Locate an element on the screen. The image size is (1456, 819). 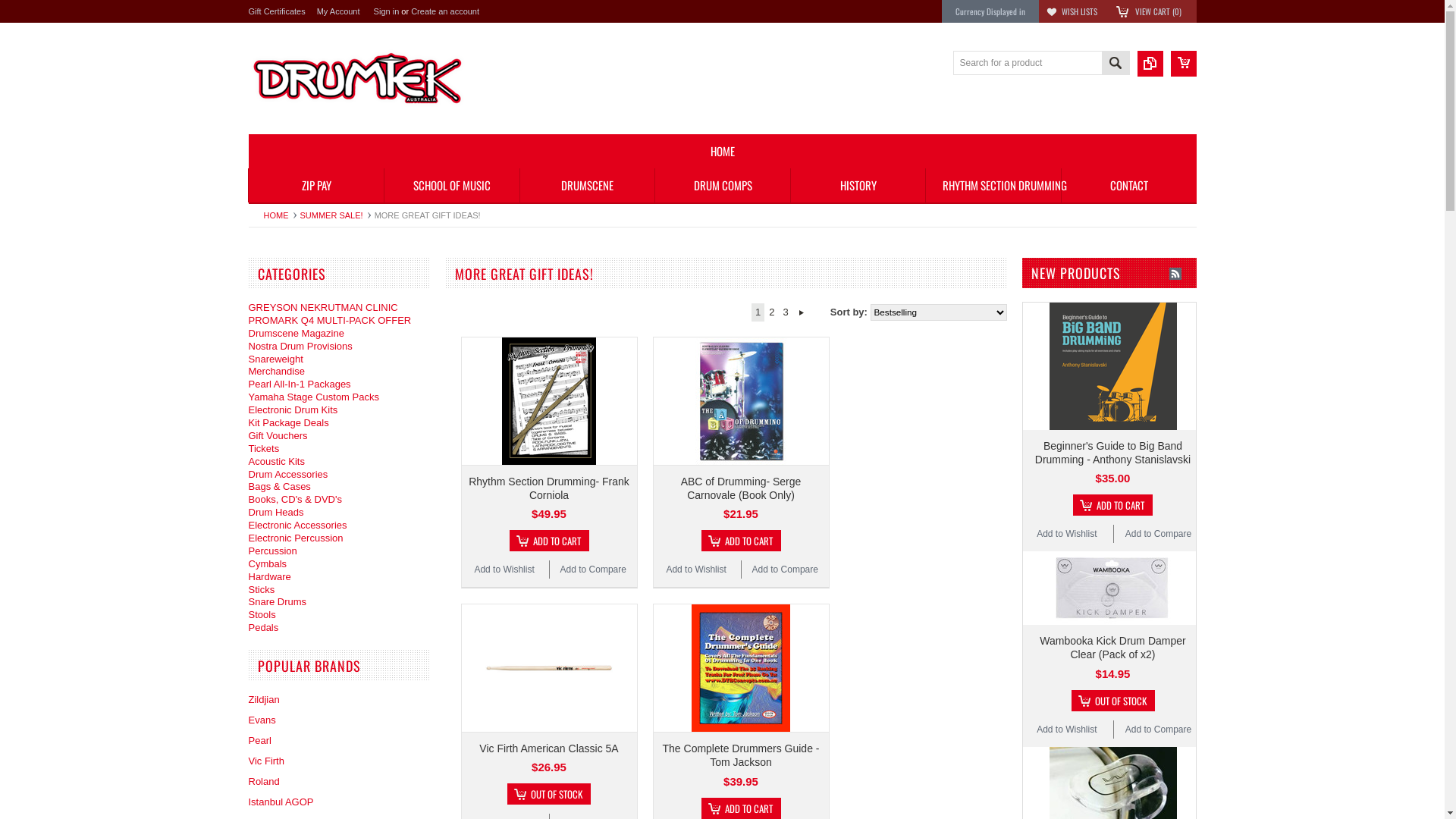
'Electronic Percussion' is located at coordinates (296, 537).